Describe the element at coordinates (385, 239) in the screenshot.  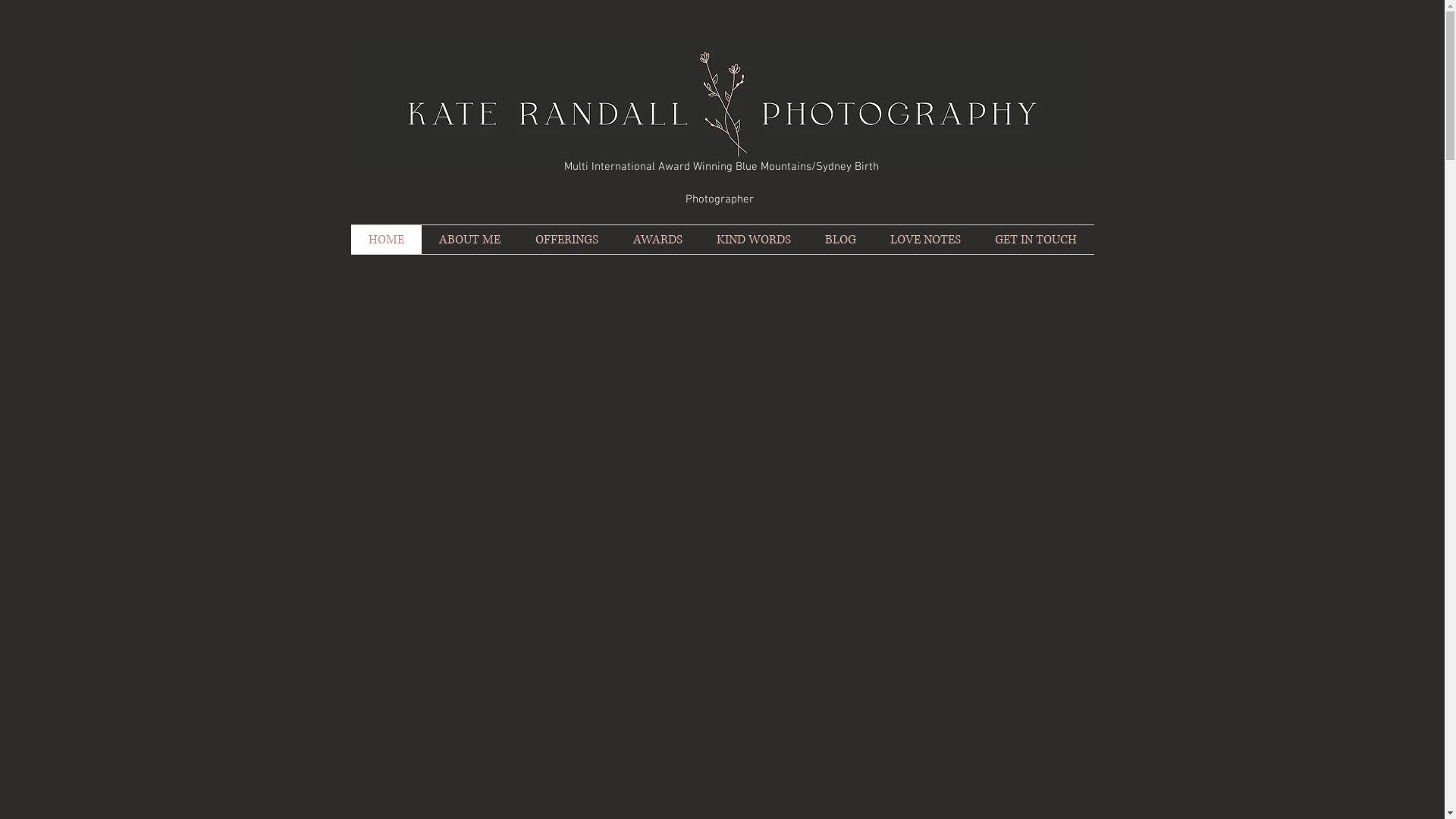
I see `'HOME'` at that location.